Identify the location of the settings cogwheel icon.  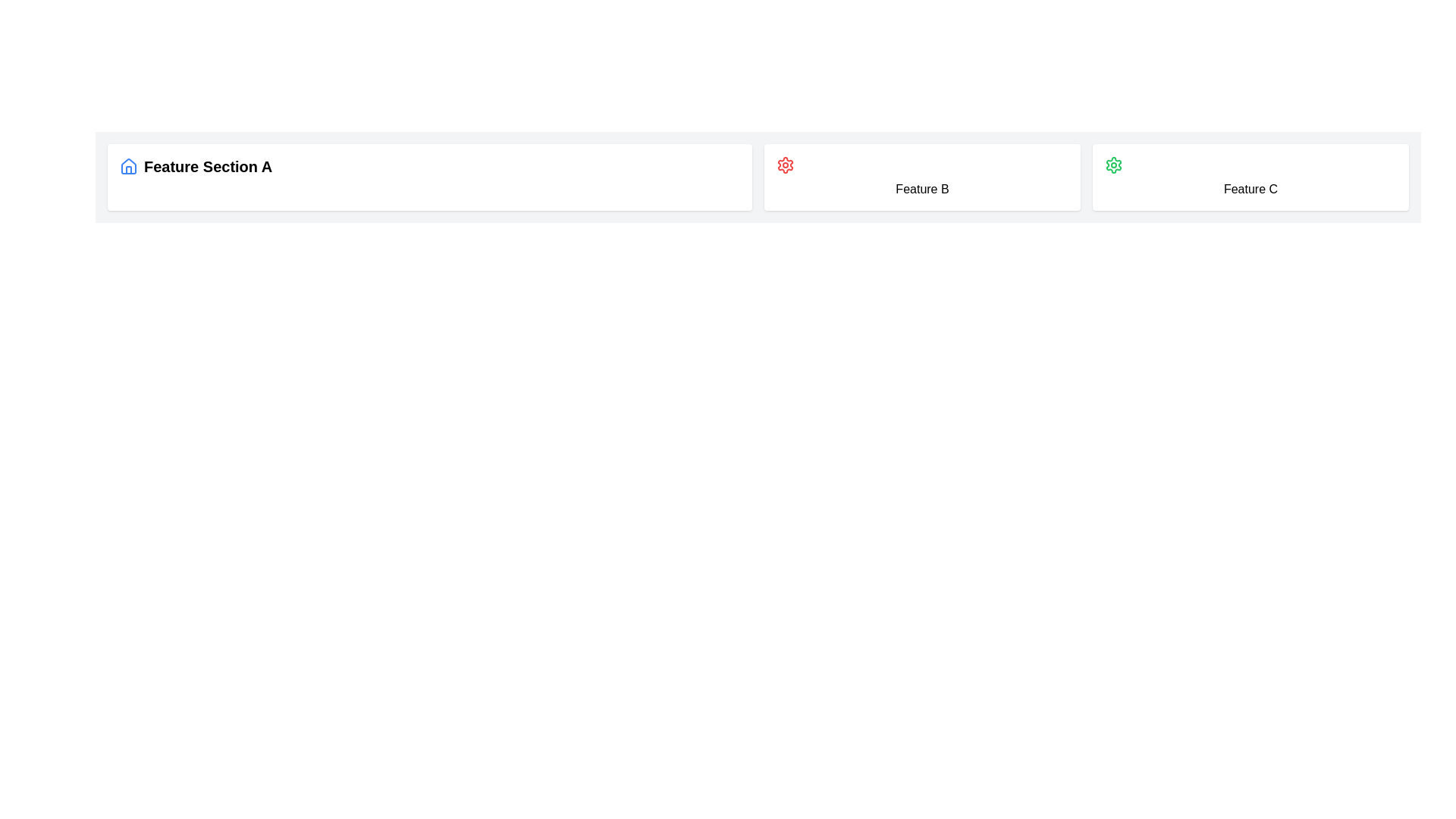
(1113, 165).